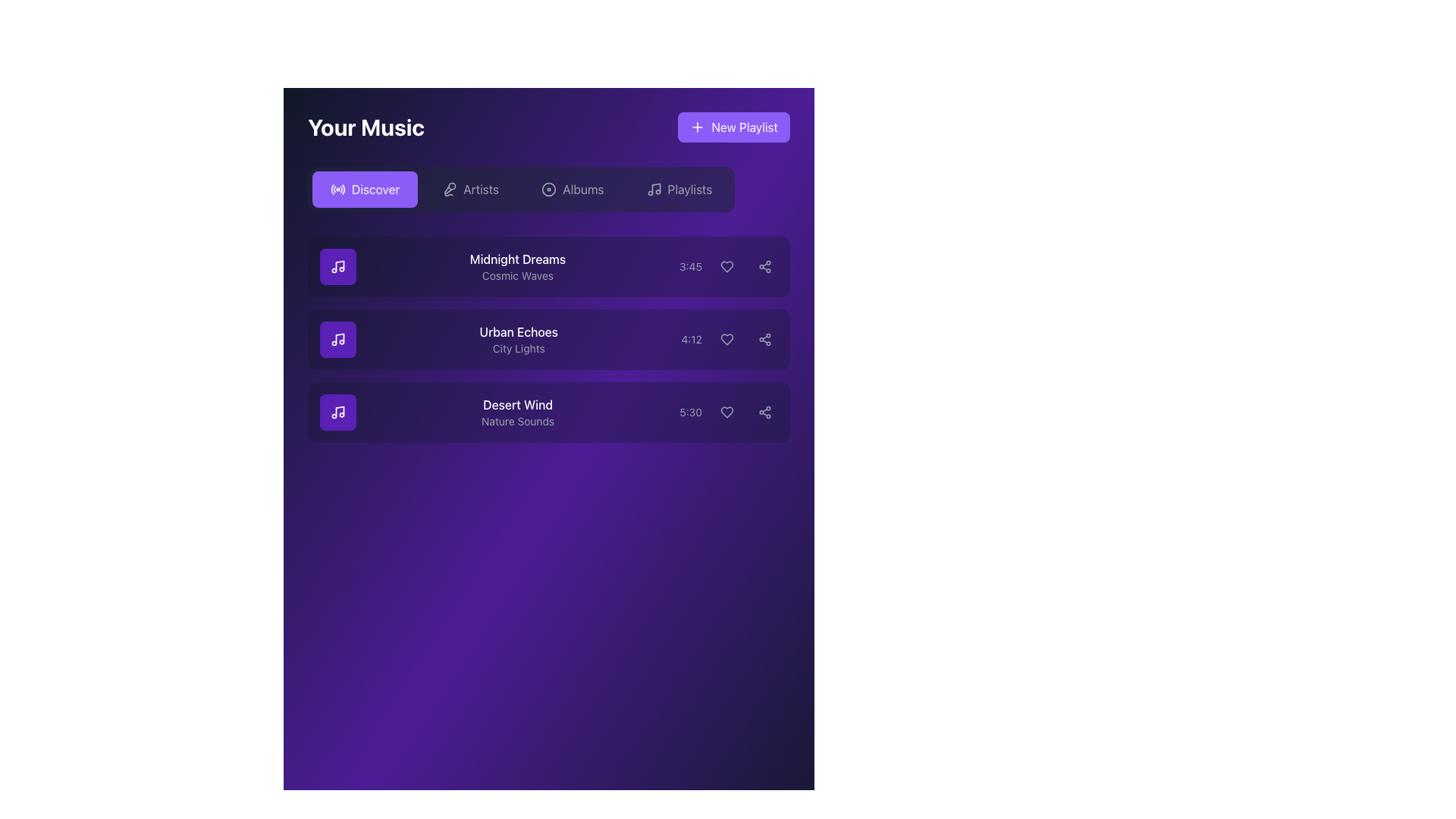  Describe the element at coordinates (764, 412) in the screenshot. I see `the sharing icon located to the rightmost side of the third track entry labeled 'Desert Wind' to initiate sharing` at that location.